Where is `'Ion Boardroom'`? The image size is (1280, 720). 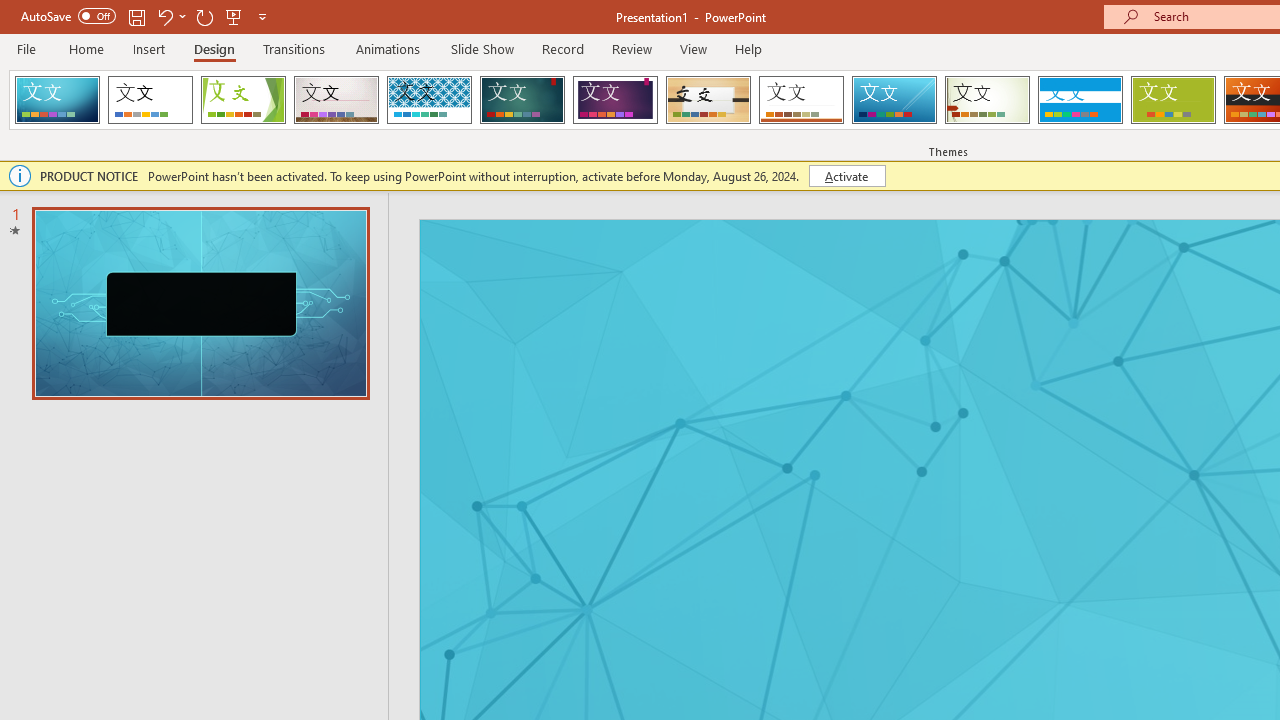 'Ion Boardroom' is located at coordinates (614, 100).